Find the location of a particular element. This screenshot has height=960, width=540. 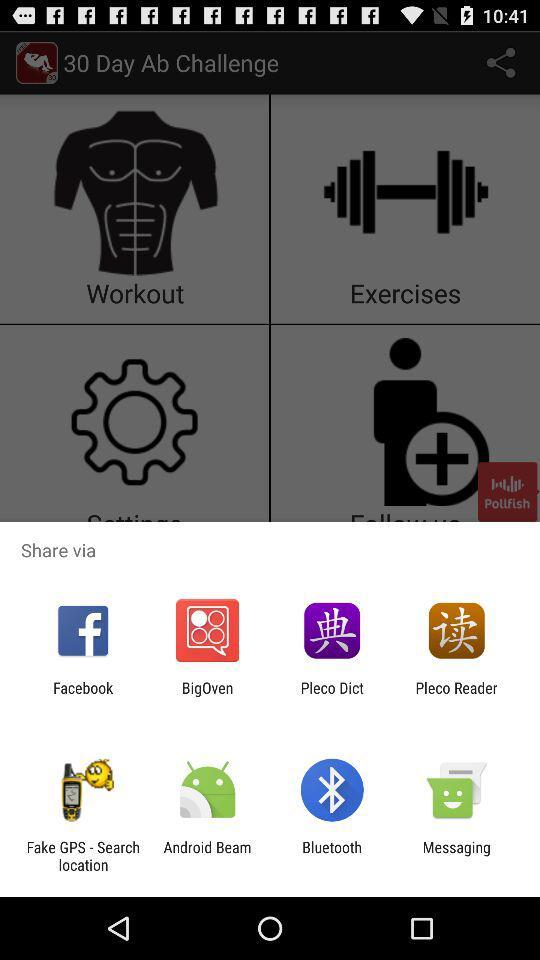

item to the right of the pleco dict item is located at coordinates (456, 696).